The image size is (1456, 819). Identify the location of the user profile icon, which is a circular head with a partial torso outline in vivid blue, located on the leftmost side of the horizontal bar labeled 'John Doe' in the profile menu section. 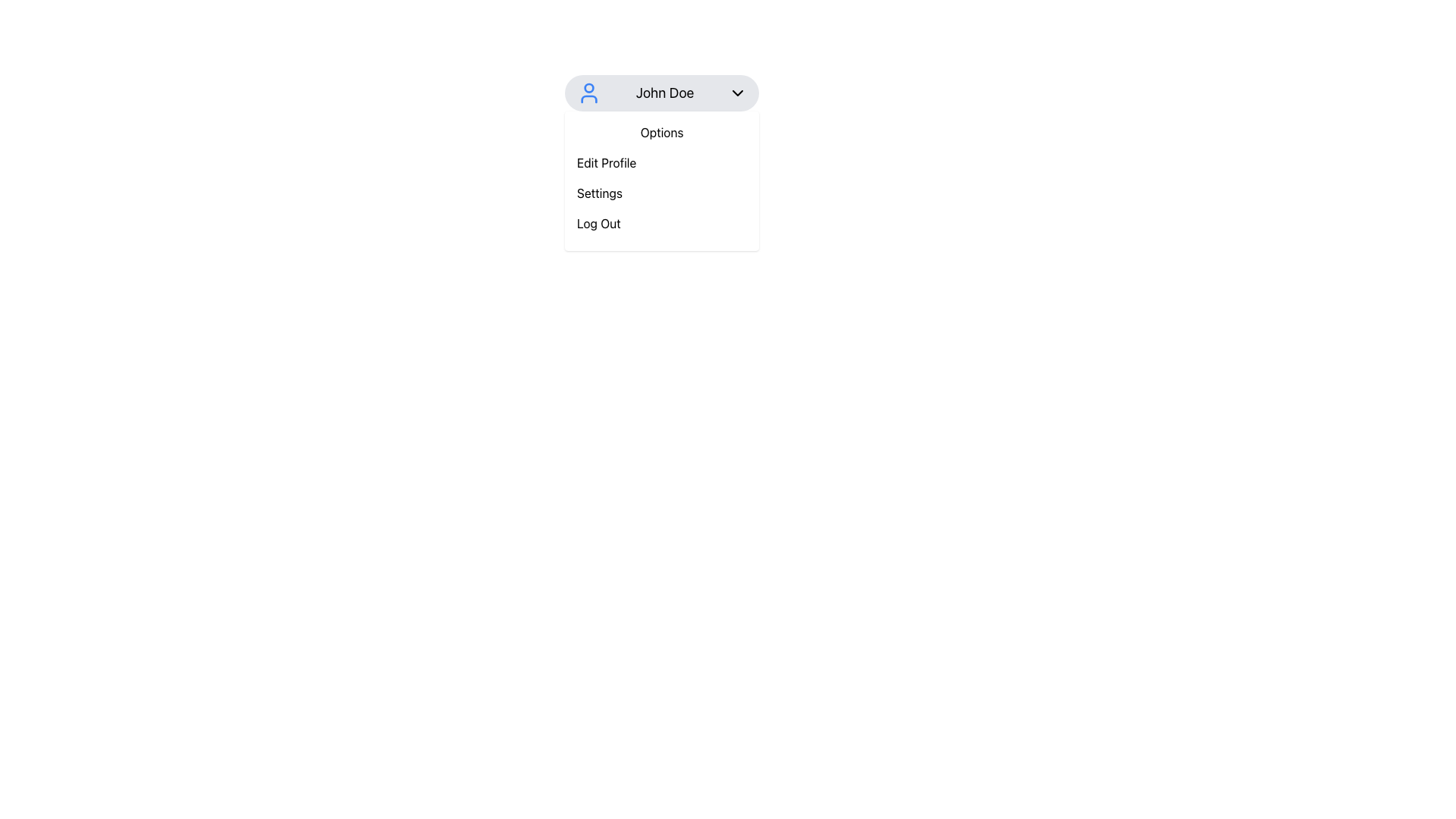
(588, 93).